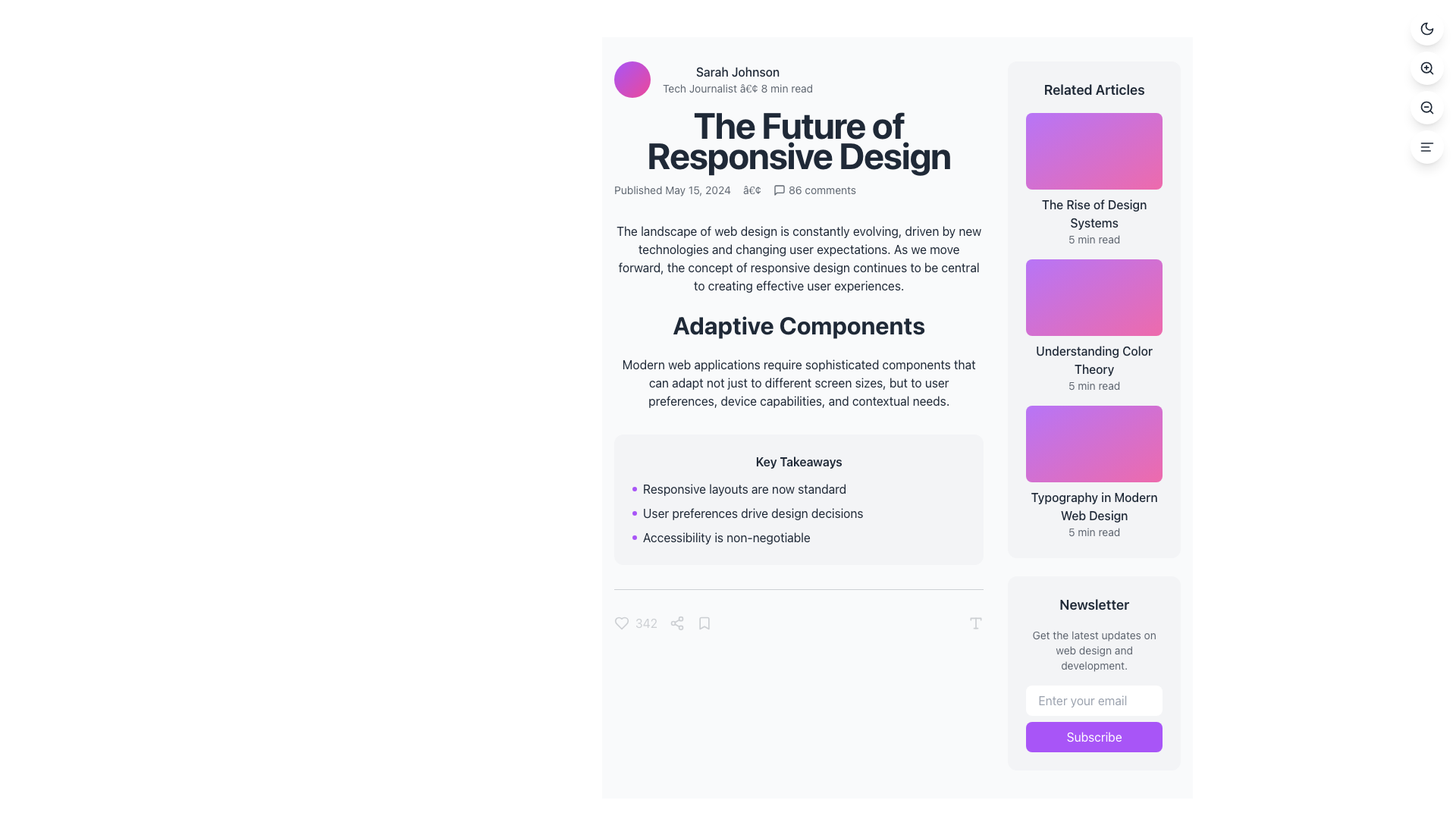 This screenshot has height=819, width=1456. Describe the element at coordinates (798, 513) in the screenshot. I see `the text block stating 'User preferences drive design decisions' with a purple dot to its left, which is the second item in the 'Key Takeaways' section` at that location.